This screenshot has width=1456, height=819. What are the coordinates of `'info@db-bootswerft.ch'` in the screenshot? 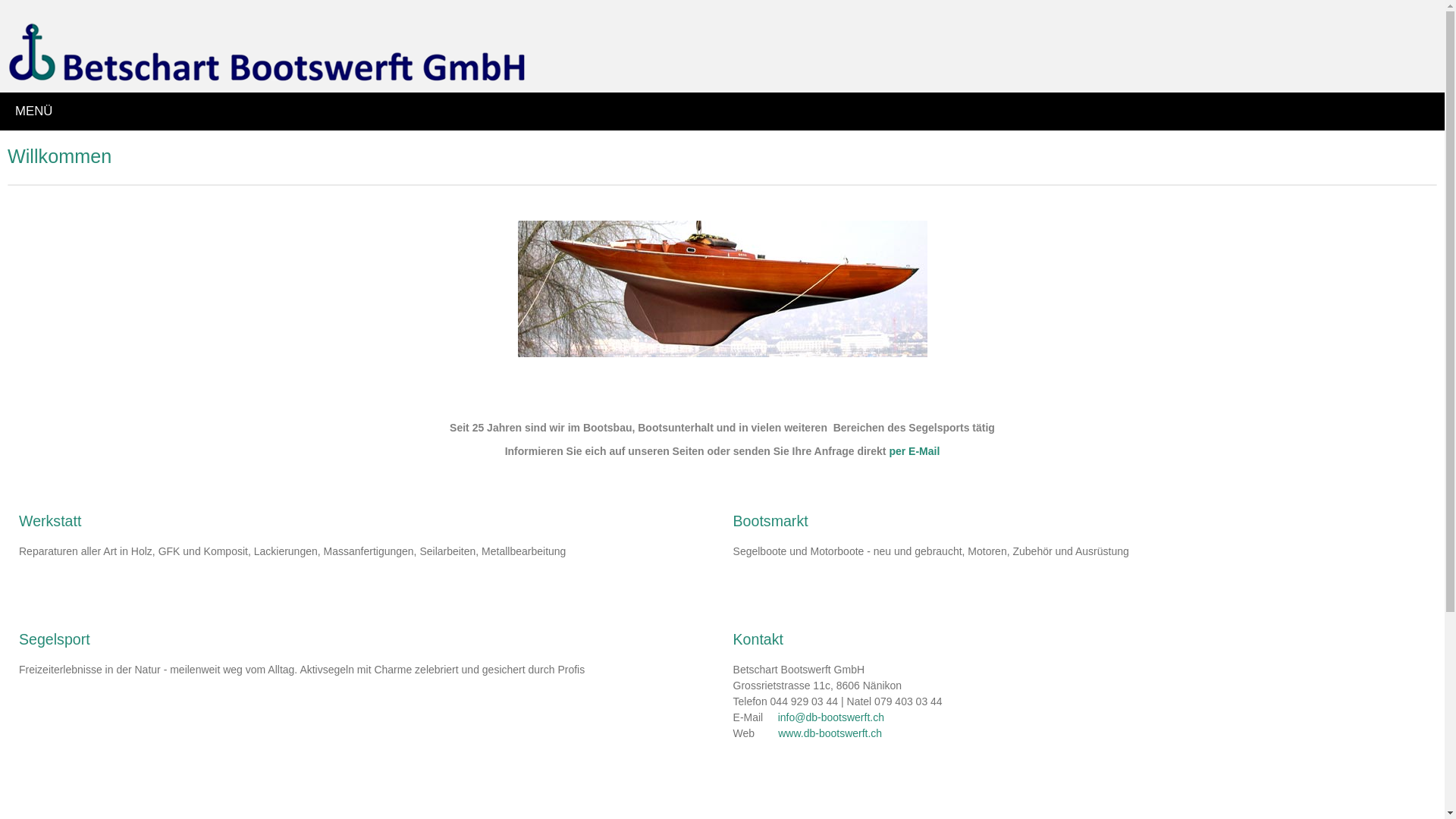 It's located at (830, 717).